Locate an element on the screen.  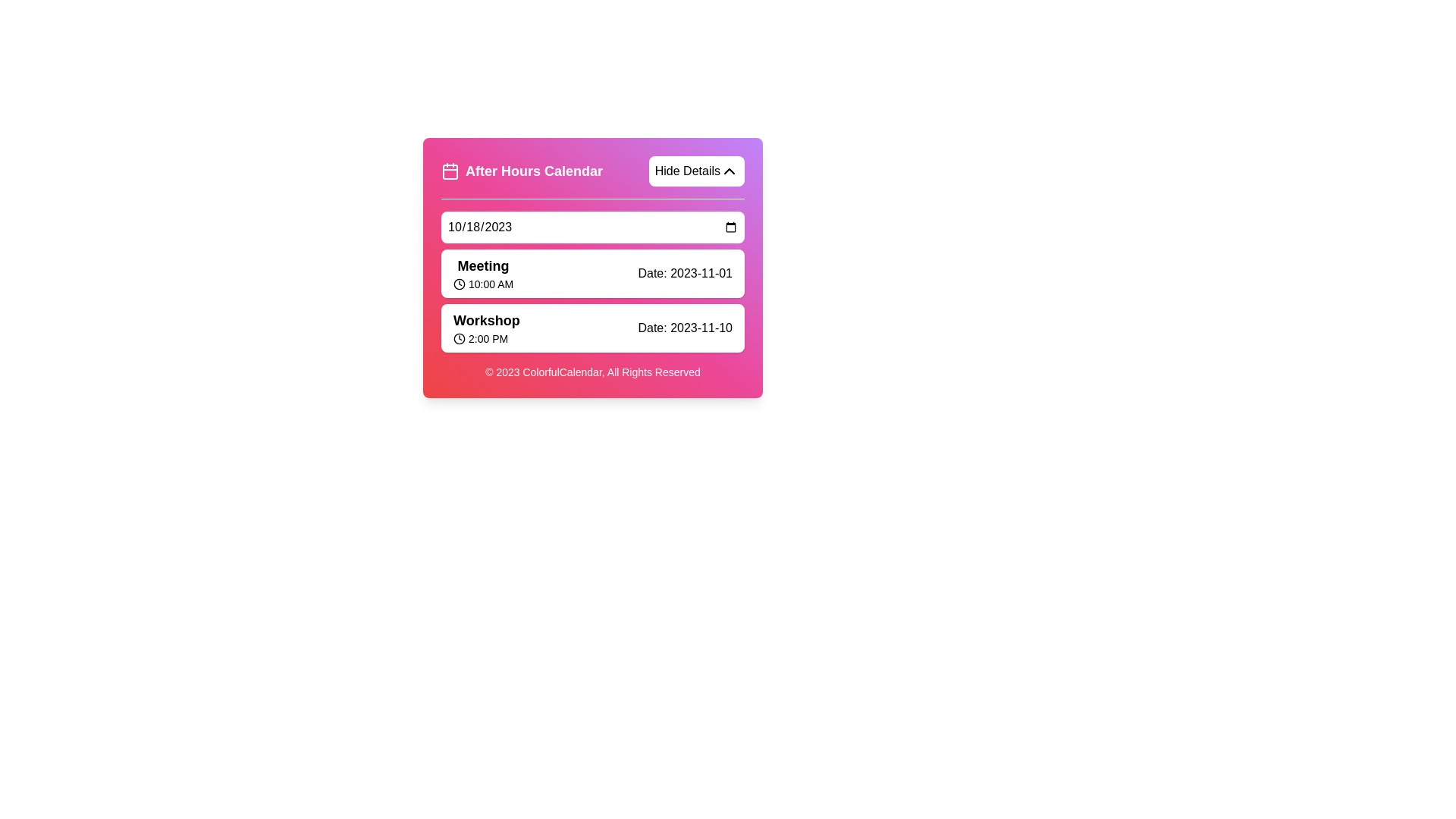
the calendar icon represented by the rectangular region located in the top-left of the header bar is located at coordinates (450, 171).